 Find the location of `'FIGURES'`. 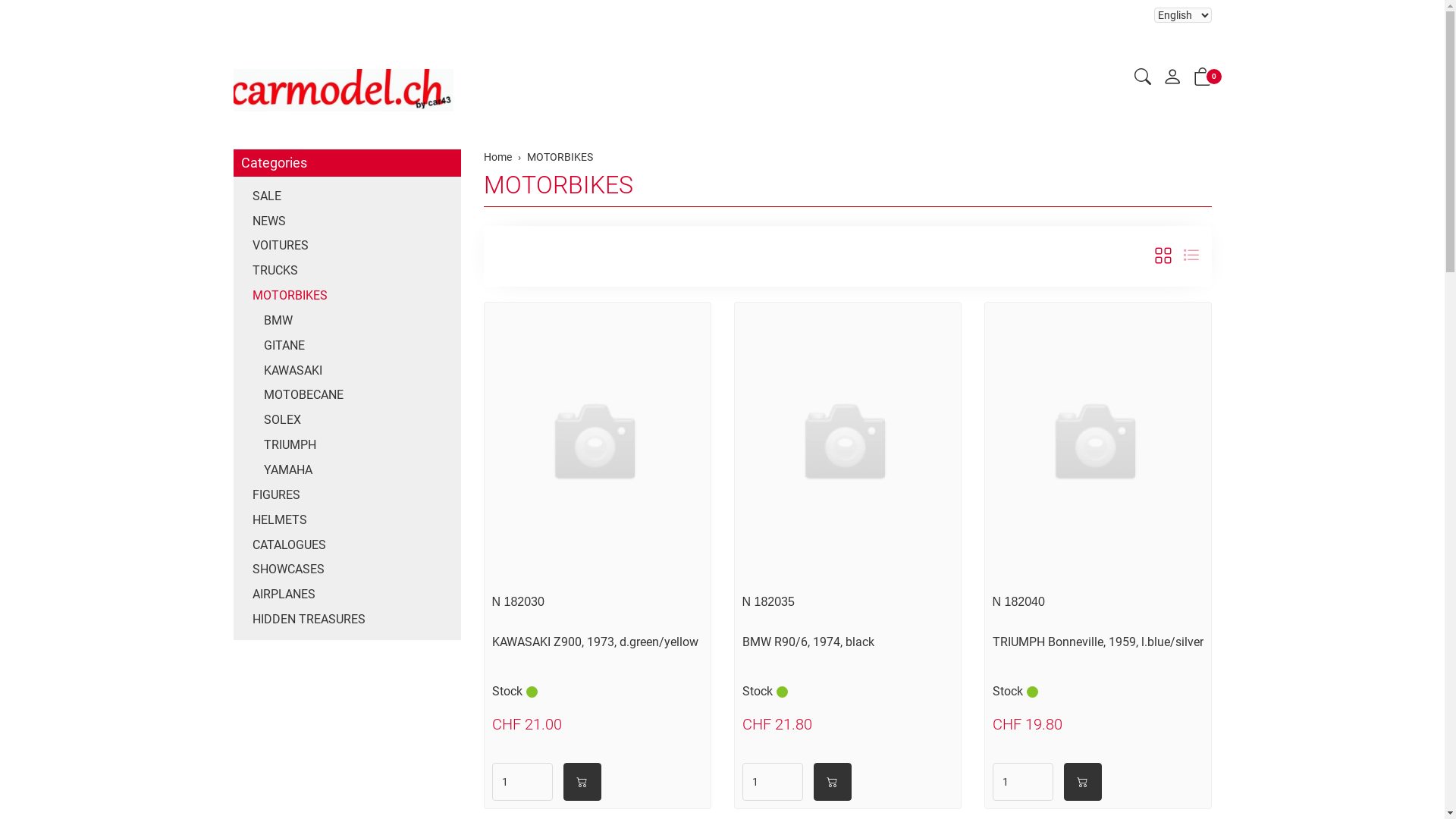

'FIGURES' is located at coordinates (346, 495).